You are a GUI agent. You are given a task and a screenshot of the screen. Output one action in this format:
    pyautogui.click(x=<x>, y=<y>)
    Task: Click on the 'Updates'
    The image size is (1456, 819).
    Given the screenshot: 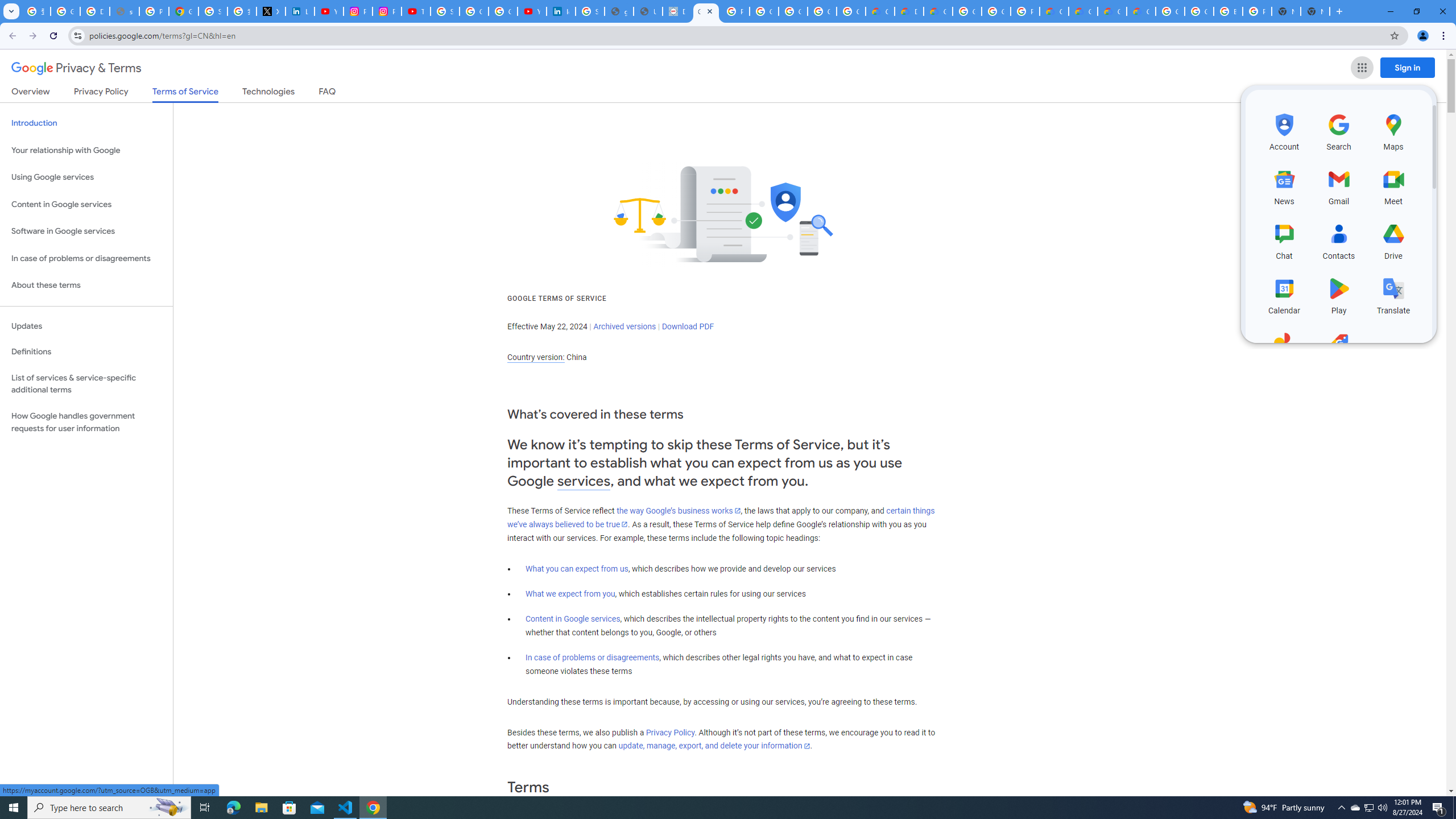 What is the action you would take?
    pyautogui.click(x=86, y=325)
    